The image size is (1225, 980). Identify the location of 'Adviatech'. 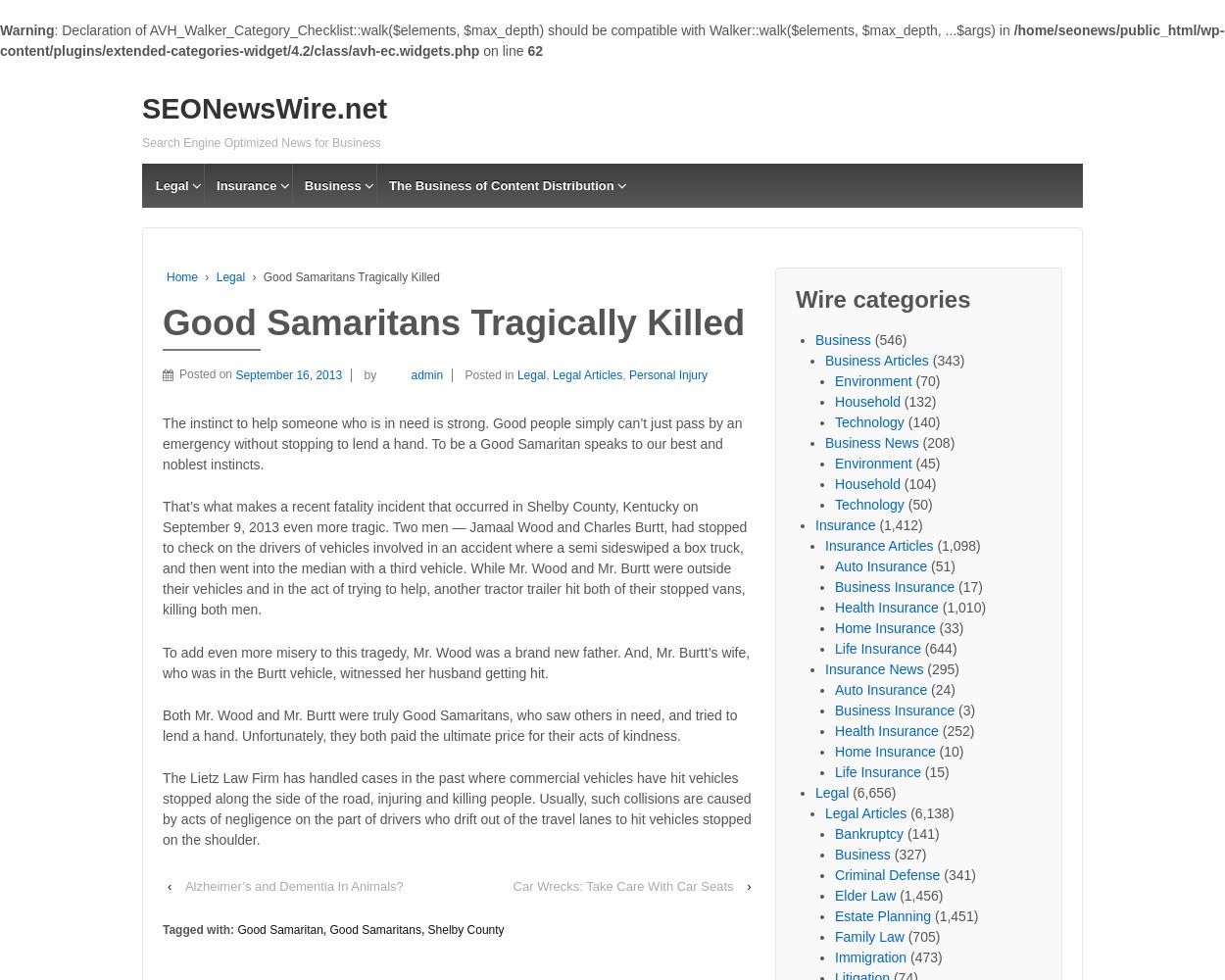
(413, 238).